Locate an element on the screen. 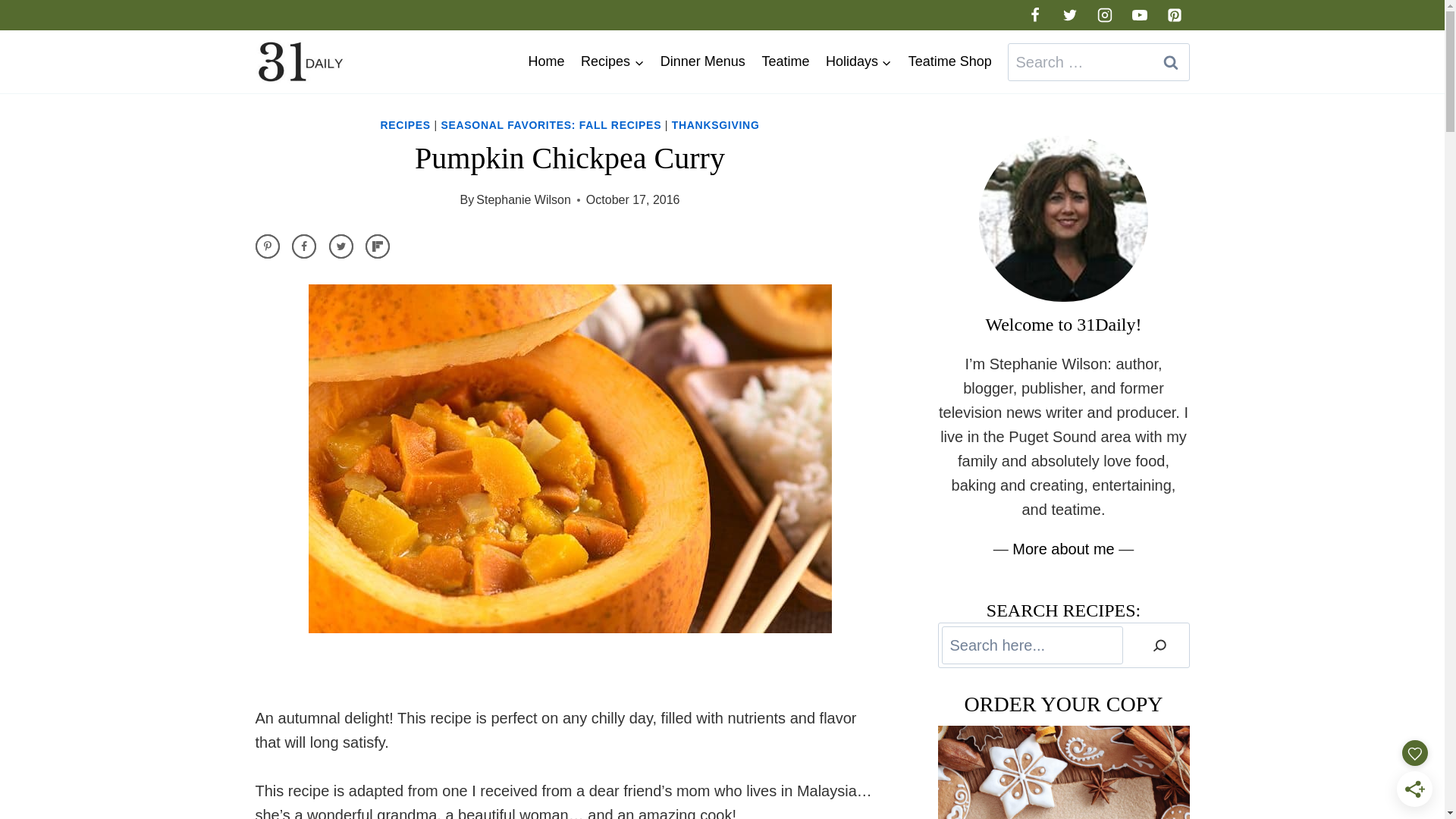 This screenshot has width=1456, height=819. 'Teatime Shop' is located at coordinates (949, 61).